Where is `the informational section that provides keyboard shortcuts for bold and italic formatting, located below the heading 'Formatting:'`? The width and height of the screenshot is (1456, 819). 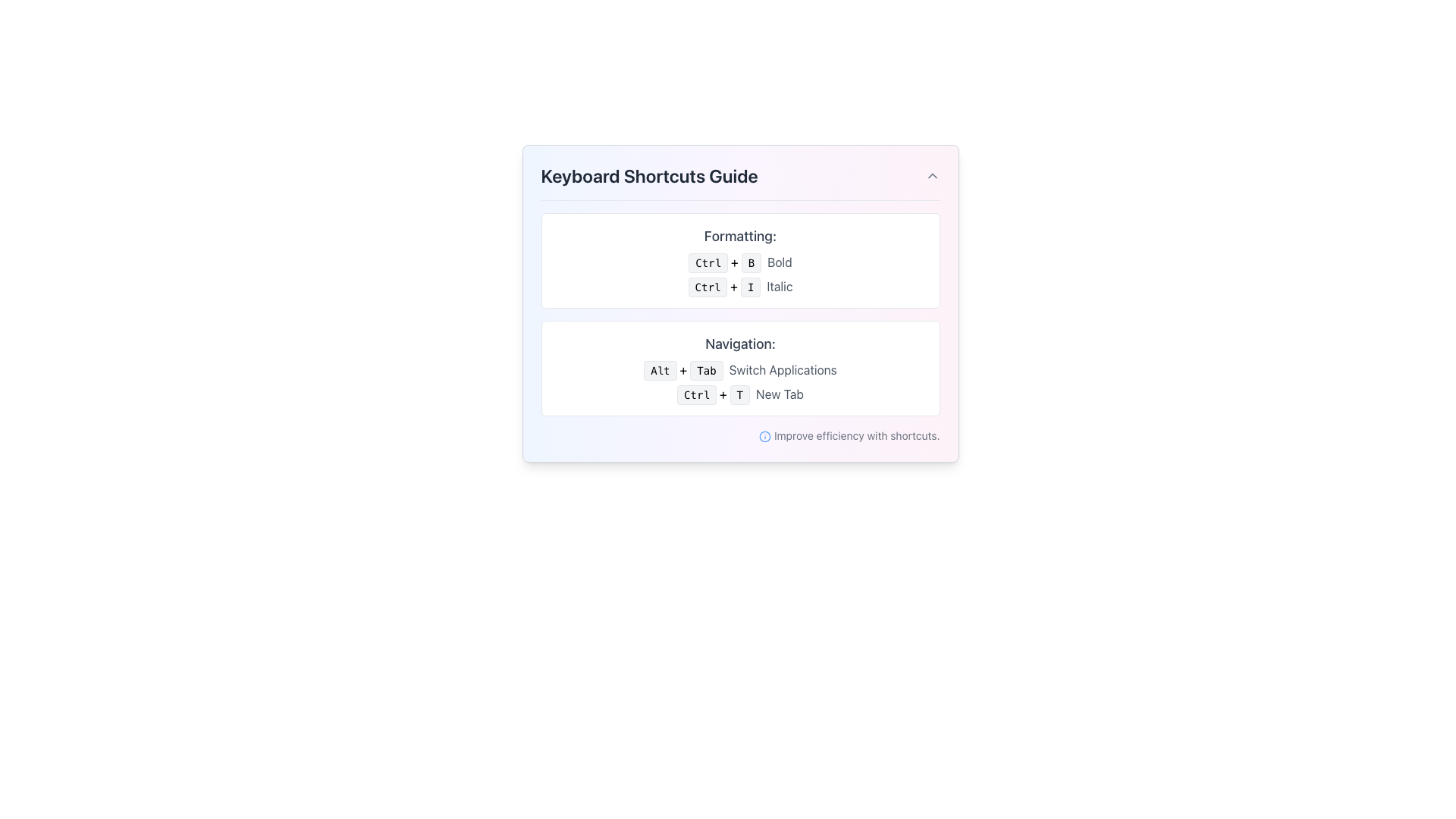
the informational section that provides keyboard shortcuts for bold and italic formatting, located below the heading 'Formatting:' is located at coordinates (740, 275).